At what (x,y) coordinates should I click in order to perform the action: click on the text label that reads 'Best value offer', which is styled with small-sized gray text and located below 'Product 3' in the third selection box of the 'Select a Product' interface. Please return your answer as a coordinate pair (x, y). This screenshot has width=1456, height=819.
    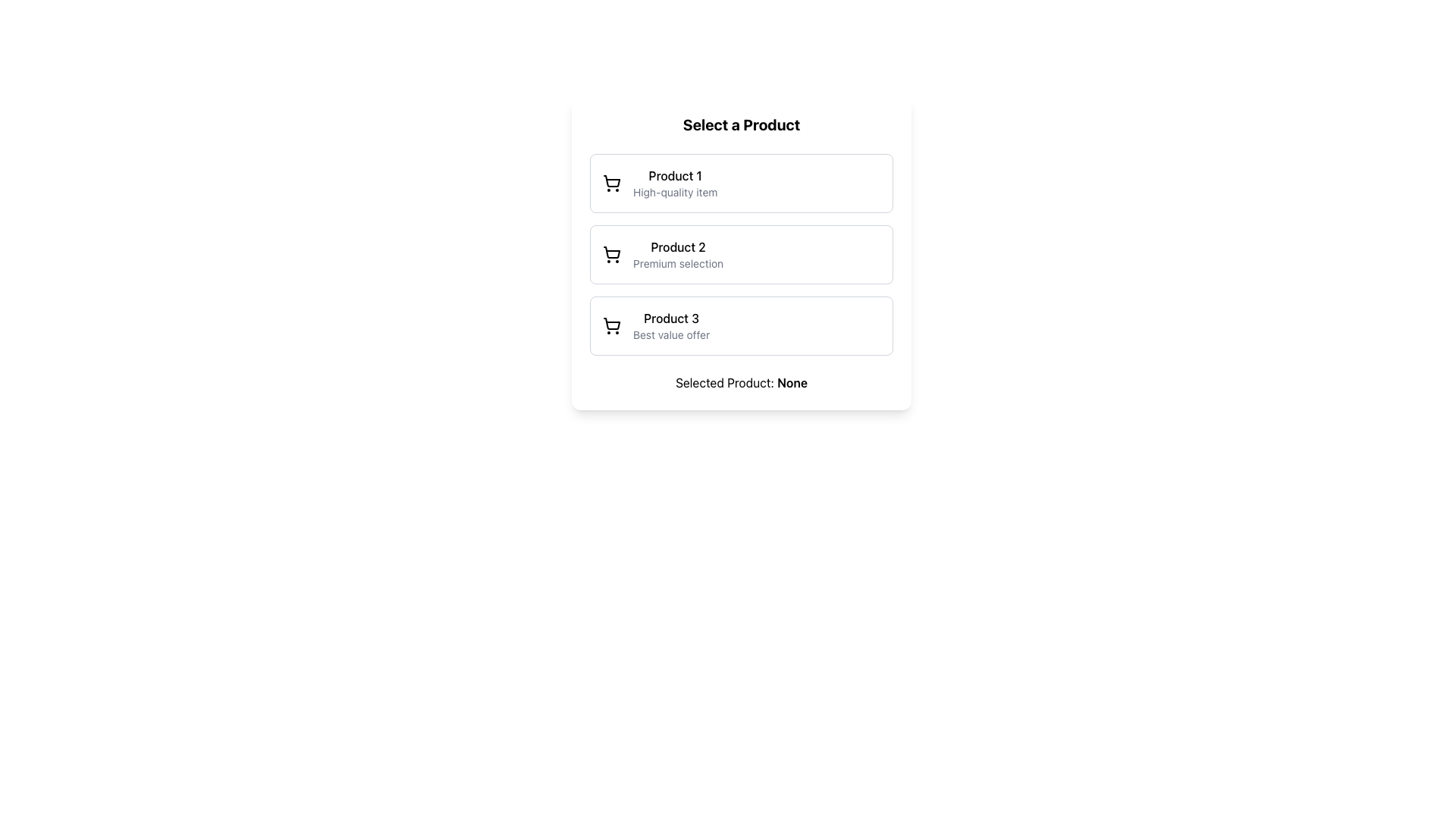
    Looking at the image, I should click on (670, 334).